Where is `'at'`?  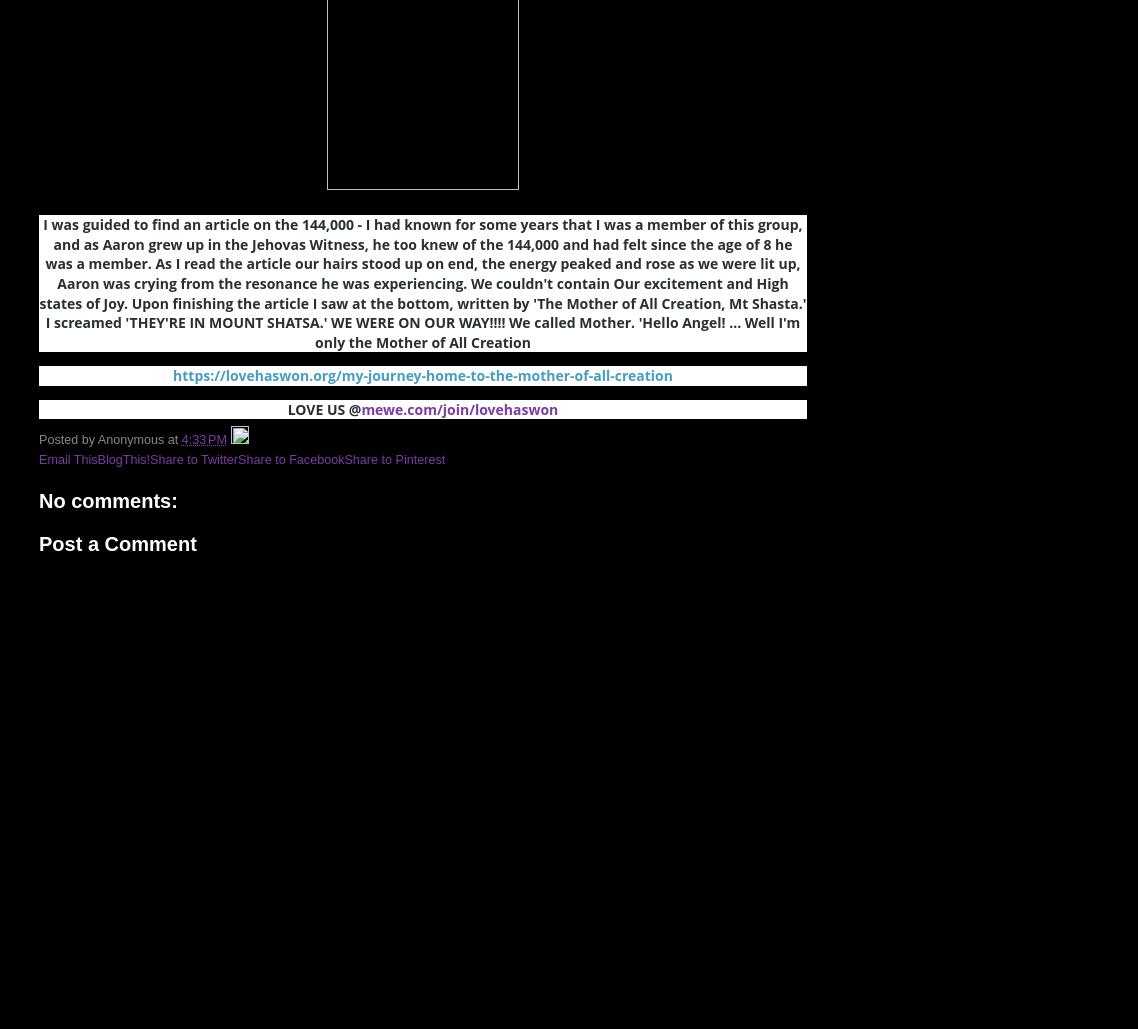 'at' is located at coordinates (166, 437).